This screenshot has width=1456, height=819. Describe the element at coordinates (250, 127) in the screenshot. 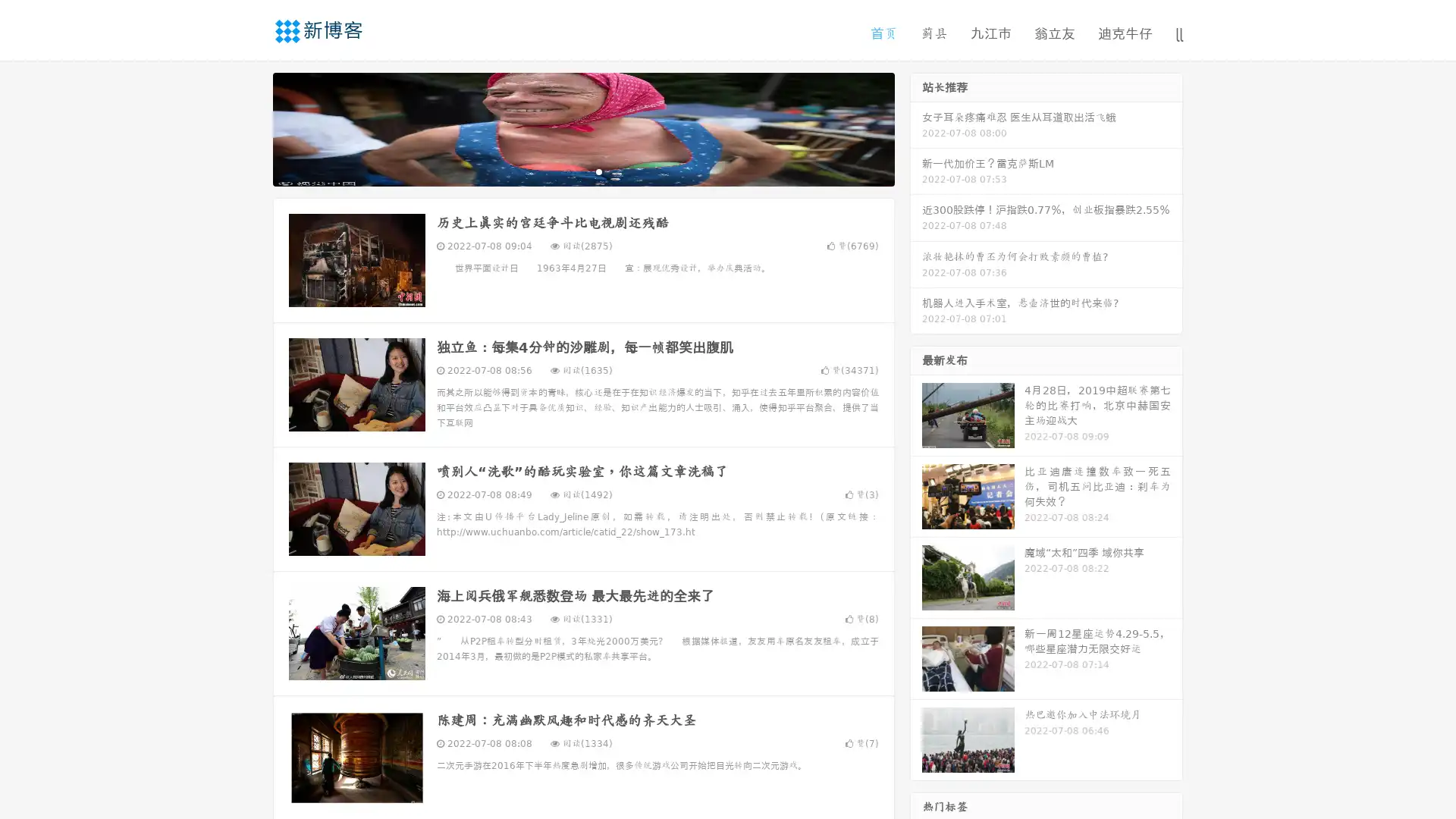

I see `Previous slide` at that location.